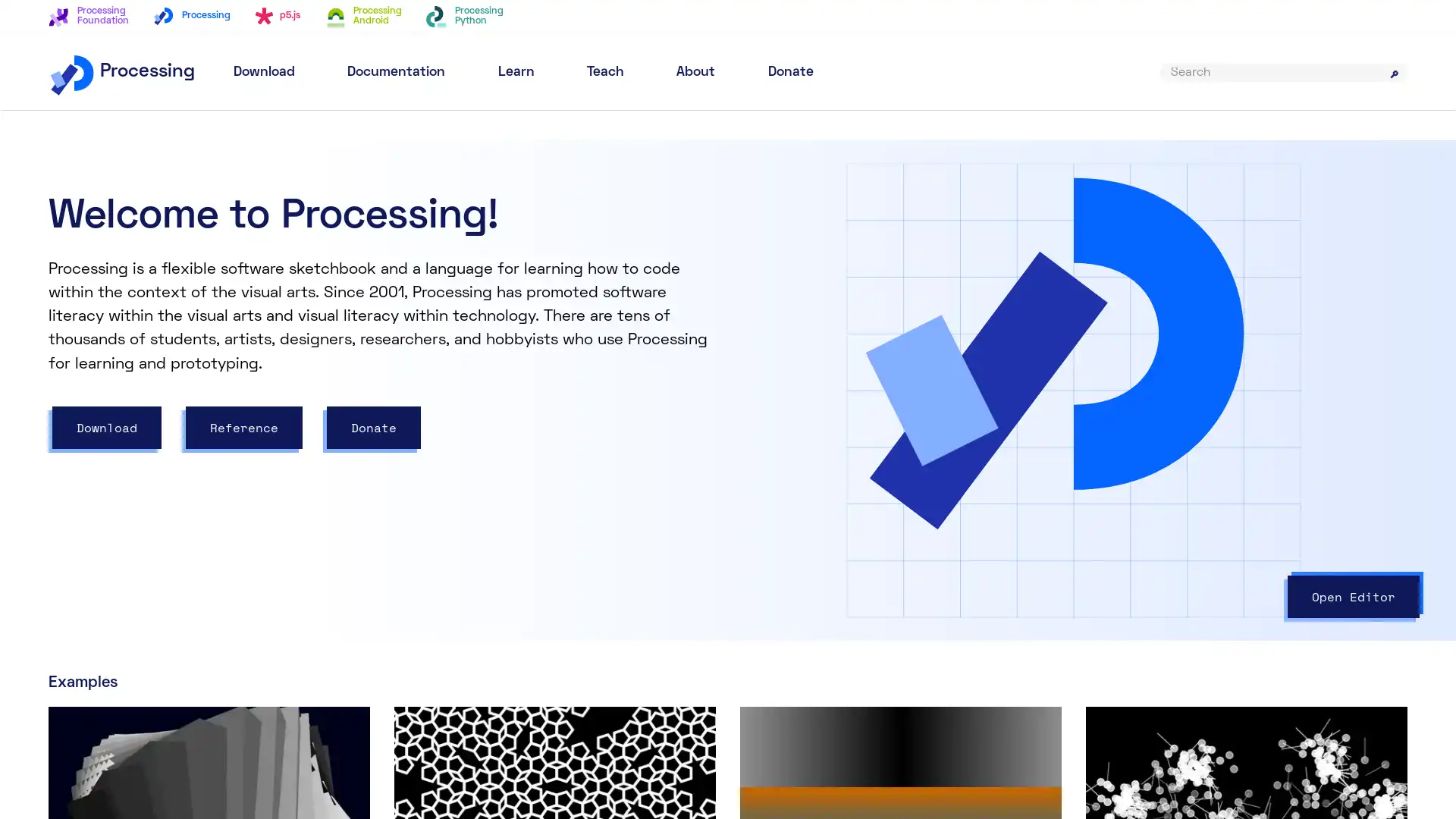 Image resolution: width=1456 pixels, height=819 pixels. I want to click on bezier, so click(792, 416).